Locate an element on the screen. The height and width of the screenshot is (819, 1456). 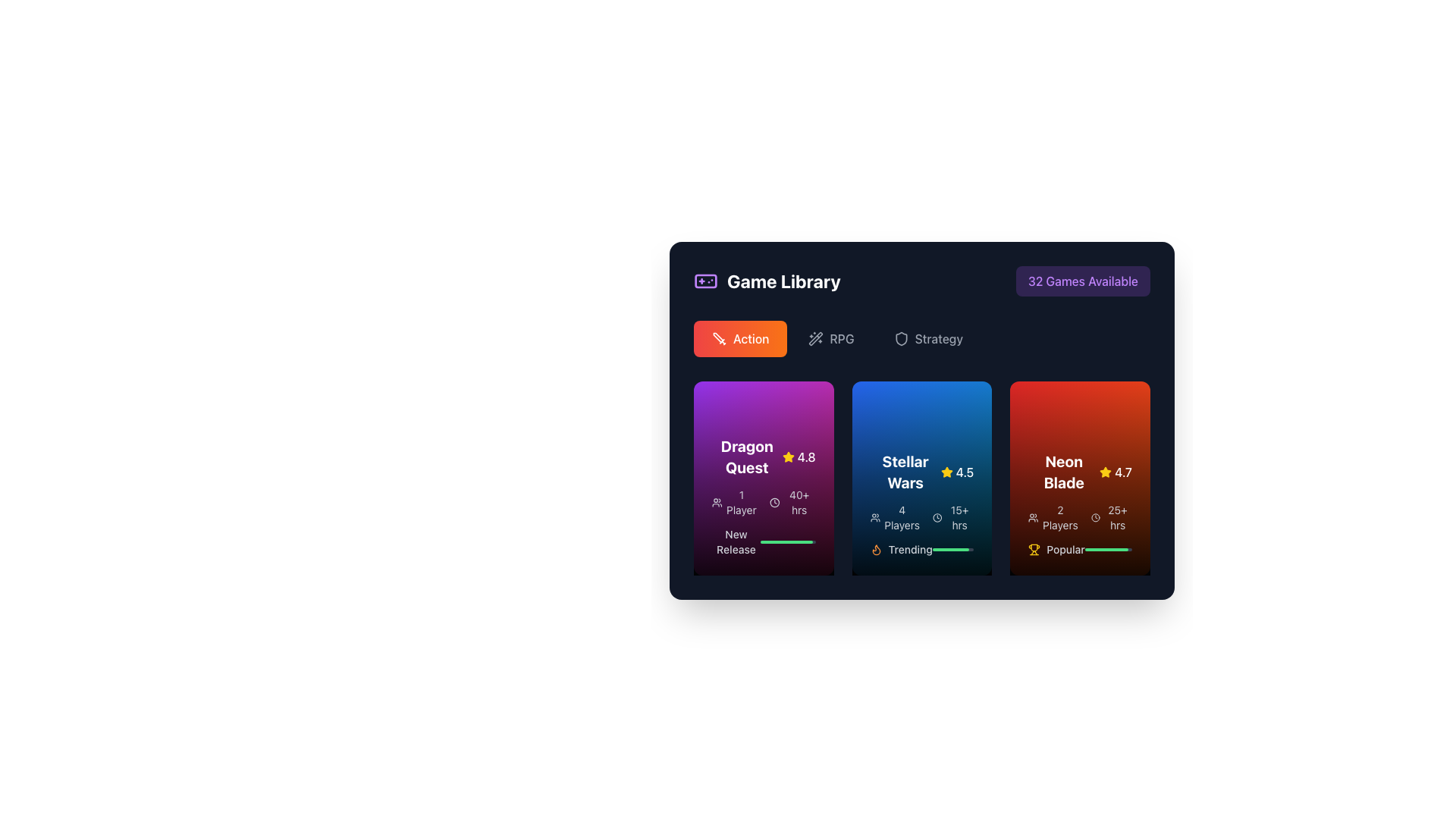
label 'Trending' which features a flame icon styled in orange and bold gray text, located in the 'Stellar Wars' card below the players and hours section, next to a green progress bar is located at coordinates (901, 550).